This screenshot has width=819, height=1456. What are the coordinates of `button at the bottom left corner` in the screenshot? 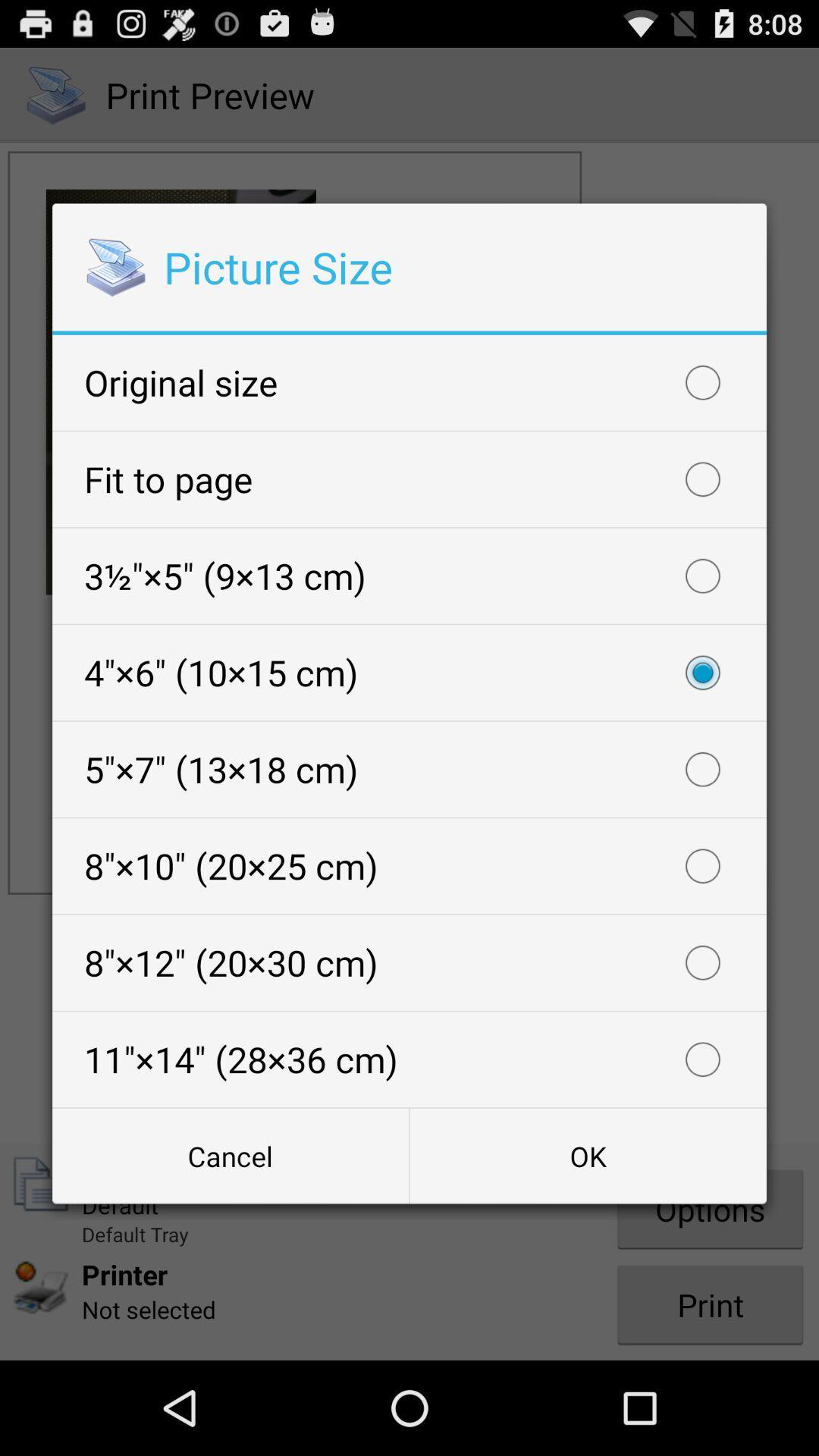 It's located at (231, 1155).